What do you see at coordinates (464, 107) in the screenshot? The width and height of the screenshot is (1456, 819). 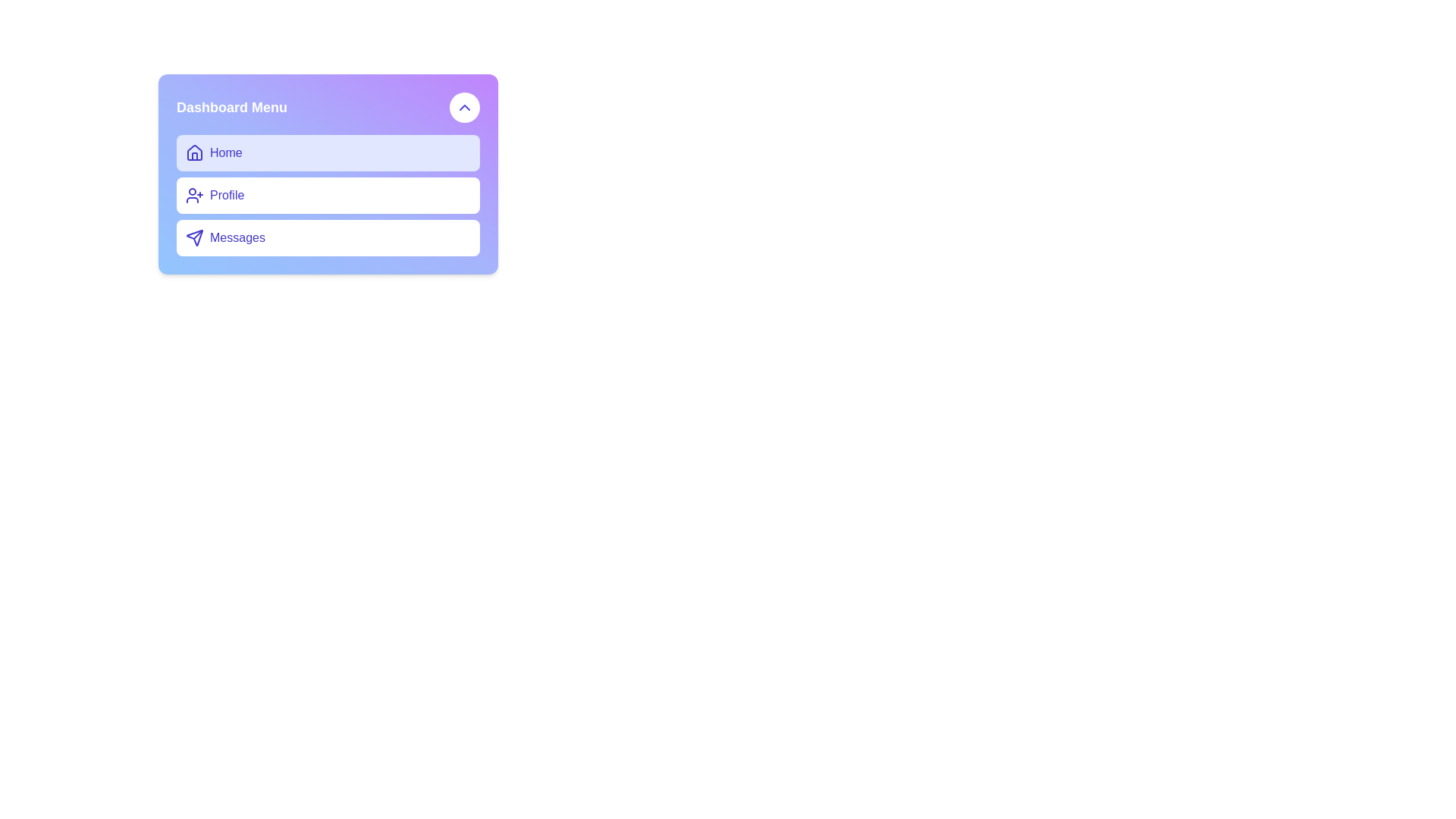 I see `the button with an upward arrow icon in the top-right corner of the 'Dashboard Menu'` at bounding box center [464, 107].